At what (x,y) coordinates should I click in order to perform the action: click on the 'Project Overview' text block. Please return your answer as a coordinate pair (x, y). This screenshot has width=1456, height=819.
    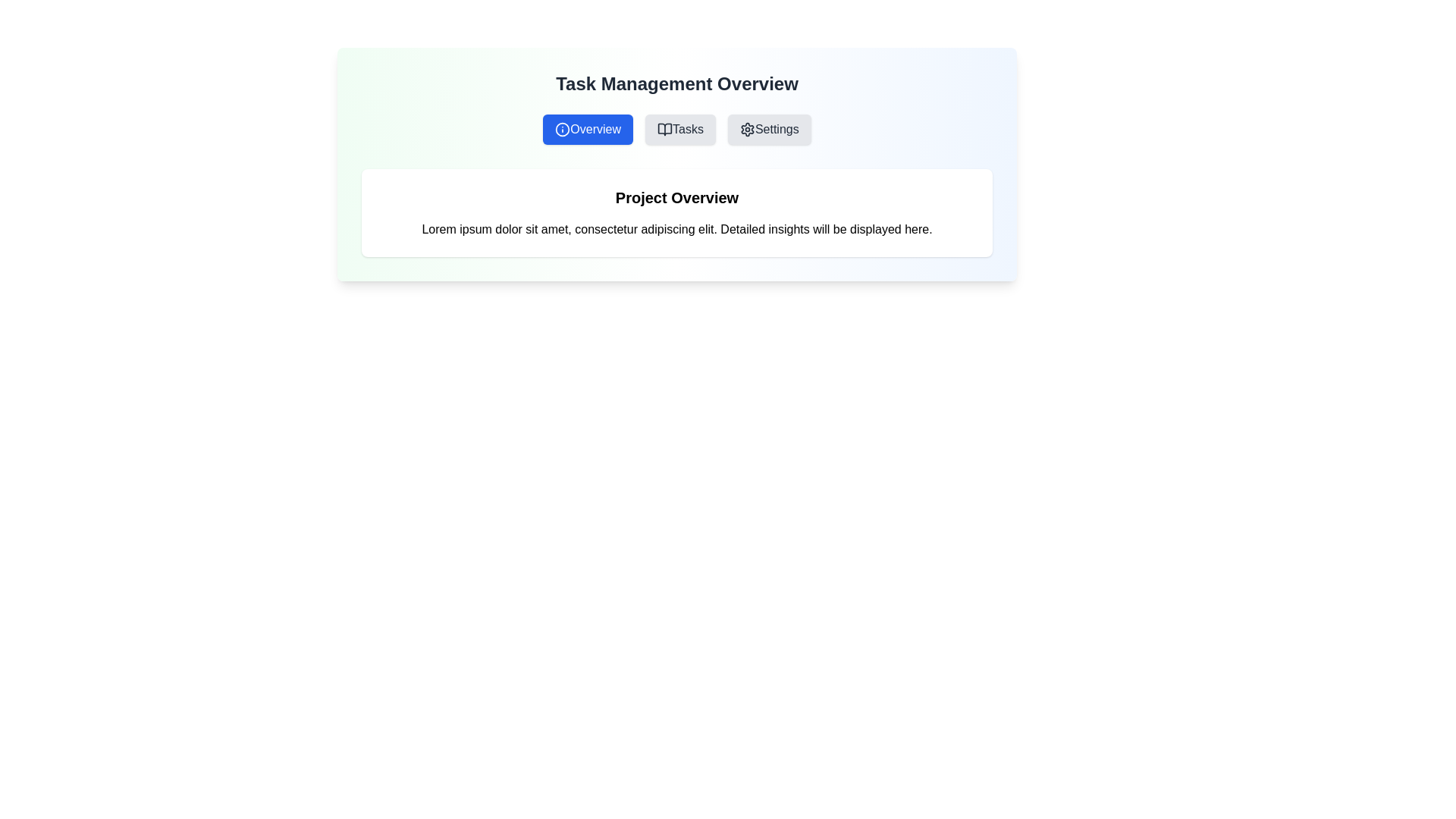
    Looking at the image, I should click on (676, 213).